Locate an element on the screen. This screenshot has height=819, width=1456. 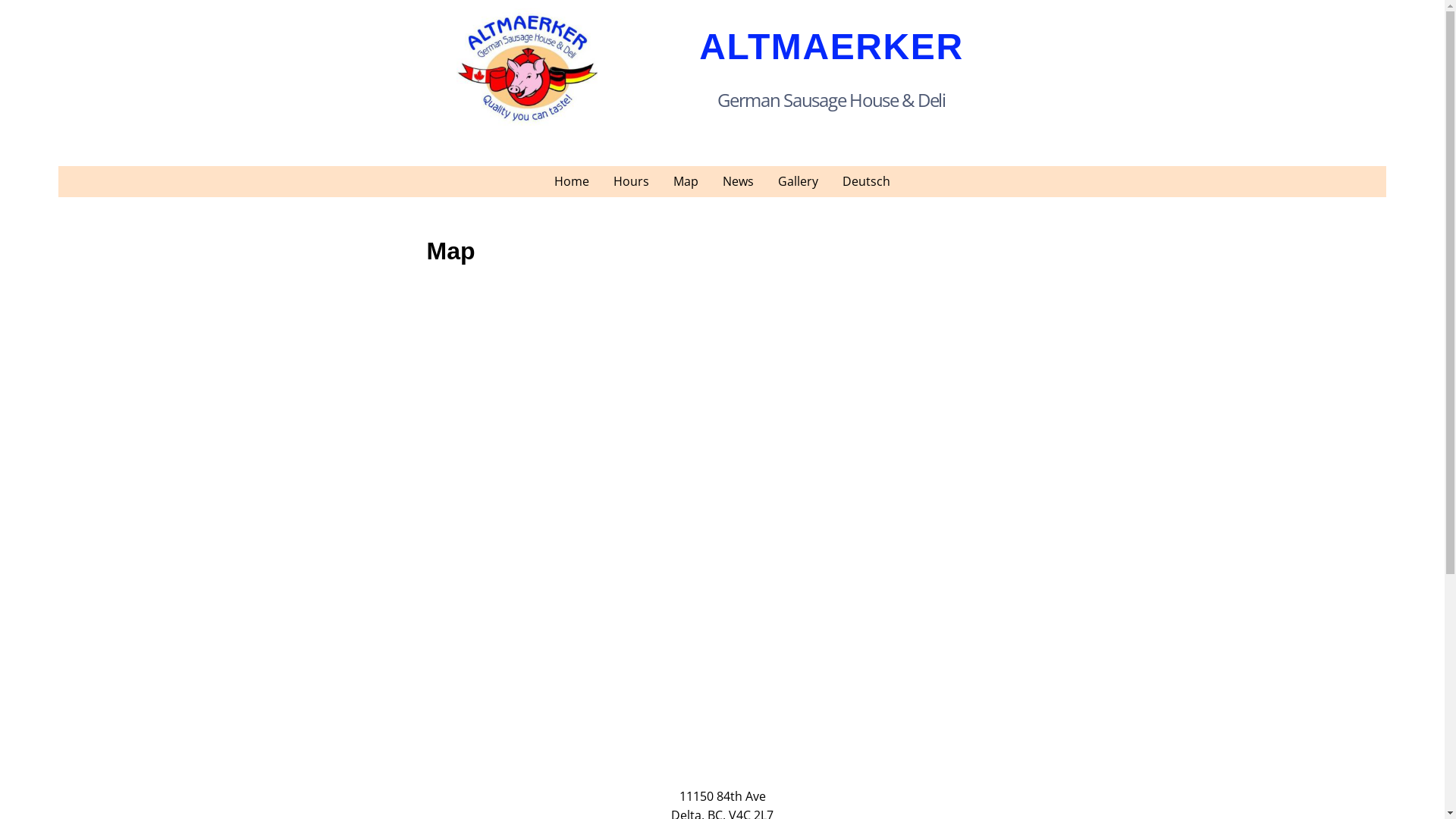
'Map' is located at coordinates (661, 180).